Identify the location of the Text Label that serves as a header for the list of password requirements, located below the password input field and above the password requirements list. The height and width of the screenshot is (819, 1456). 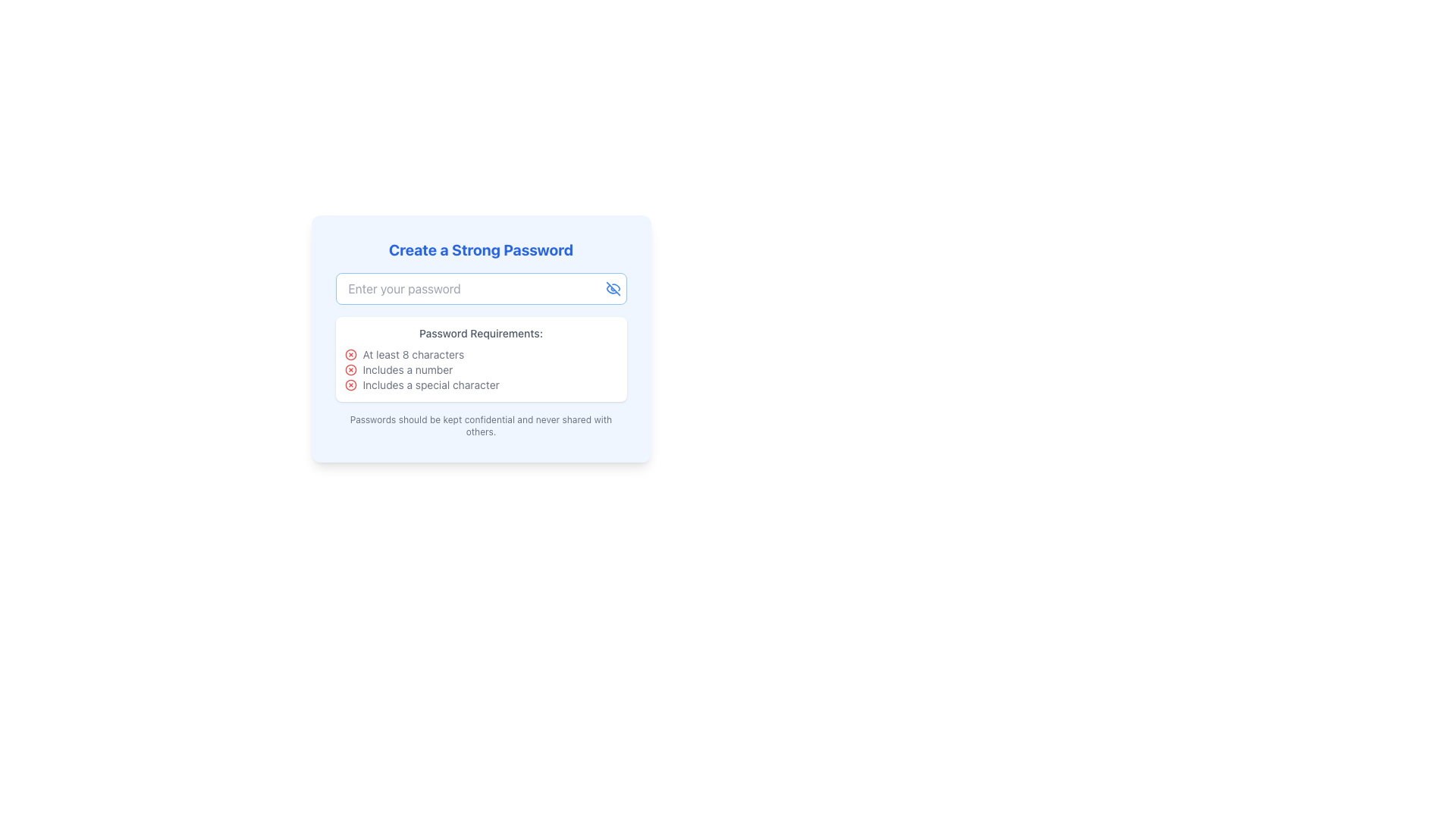
(480, 332).